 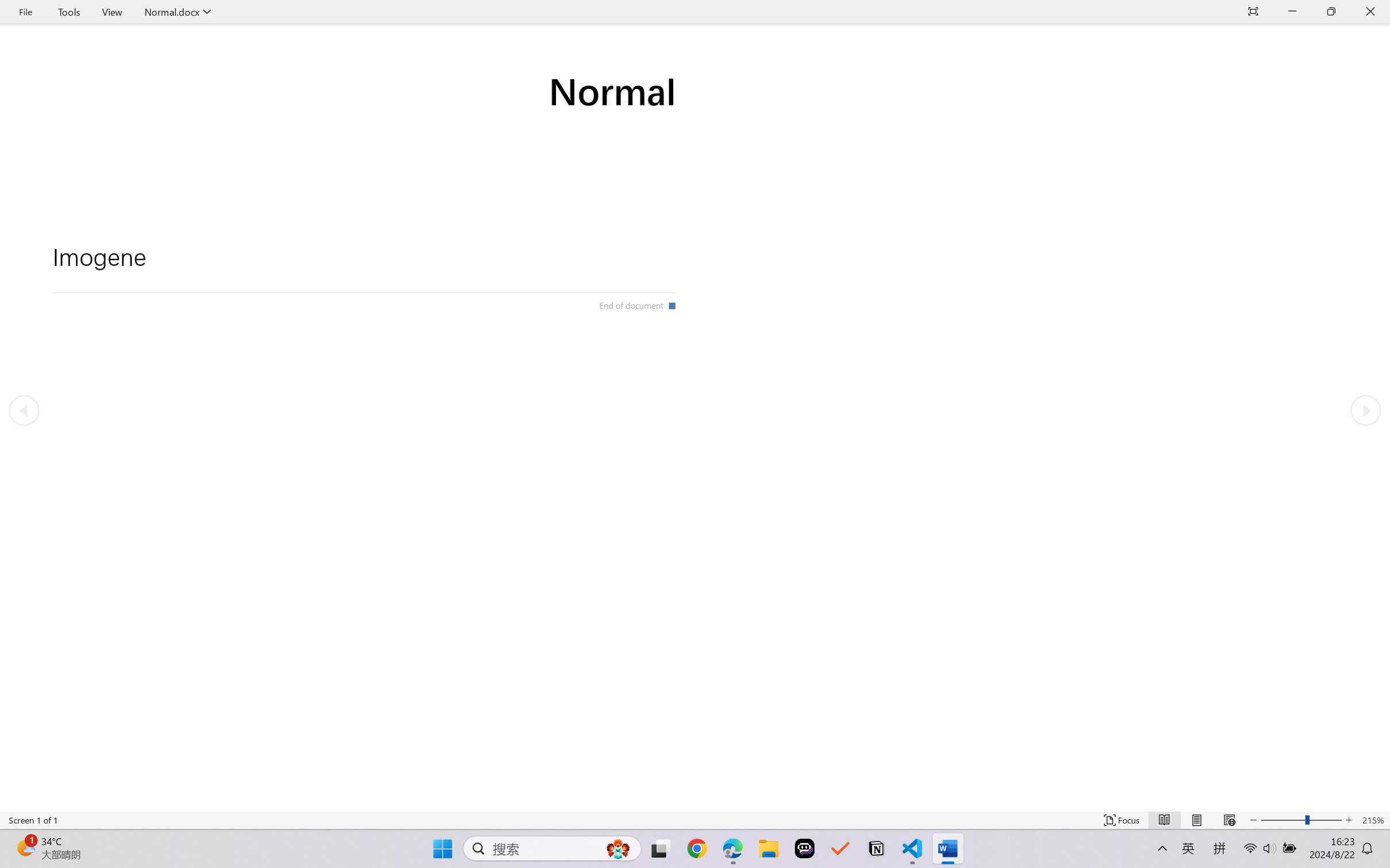 What do you see at coordinates (1253, 11) in the screenshot?
I see `'Auto-hide Reading Toolbar'` at bounding box center [1253, 11].